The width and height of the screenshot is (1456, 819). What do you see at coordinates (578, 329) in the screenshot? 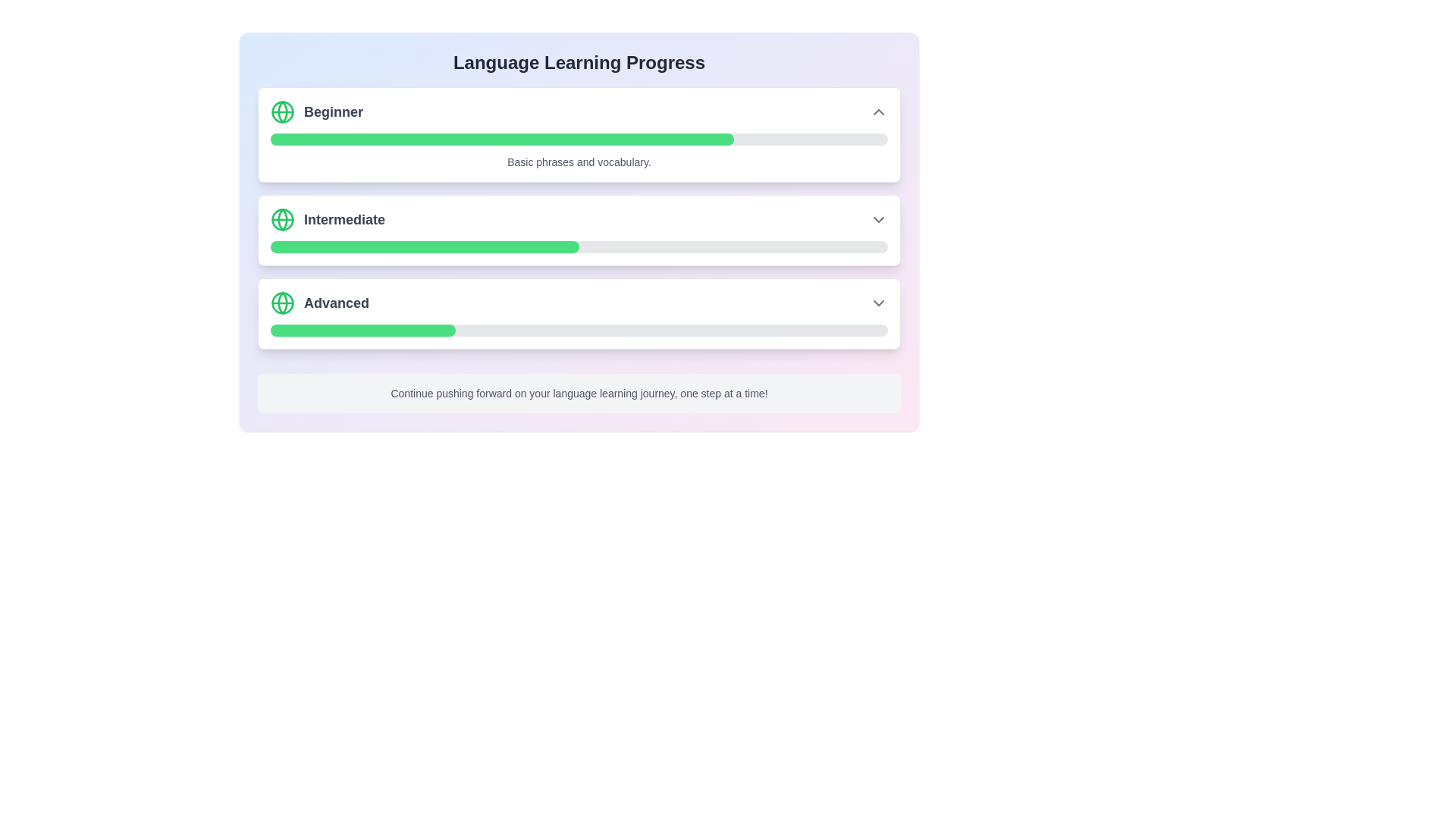
I see `the third progress bar located below the 'Advanced' label, which features a light gray background and a green-filled section indicating progress` at bounding box center [578, 329].